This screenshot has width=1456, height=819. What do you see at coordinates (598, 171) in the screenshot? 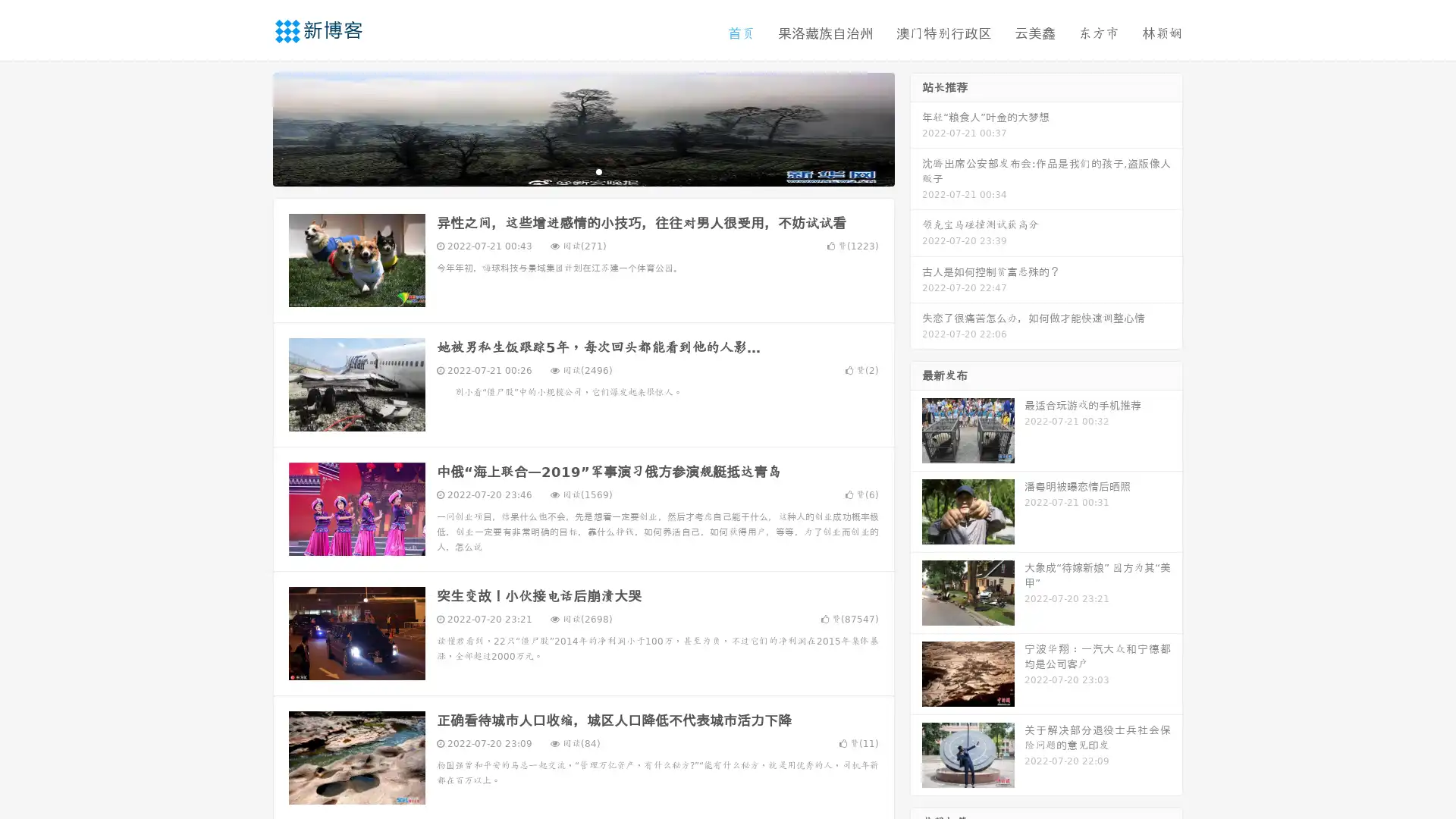
I see `Go to slide 3` at bounding box center [598, 171].